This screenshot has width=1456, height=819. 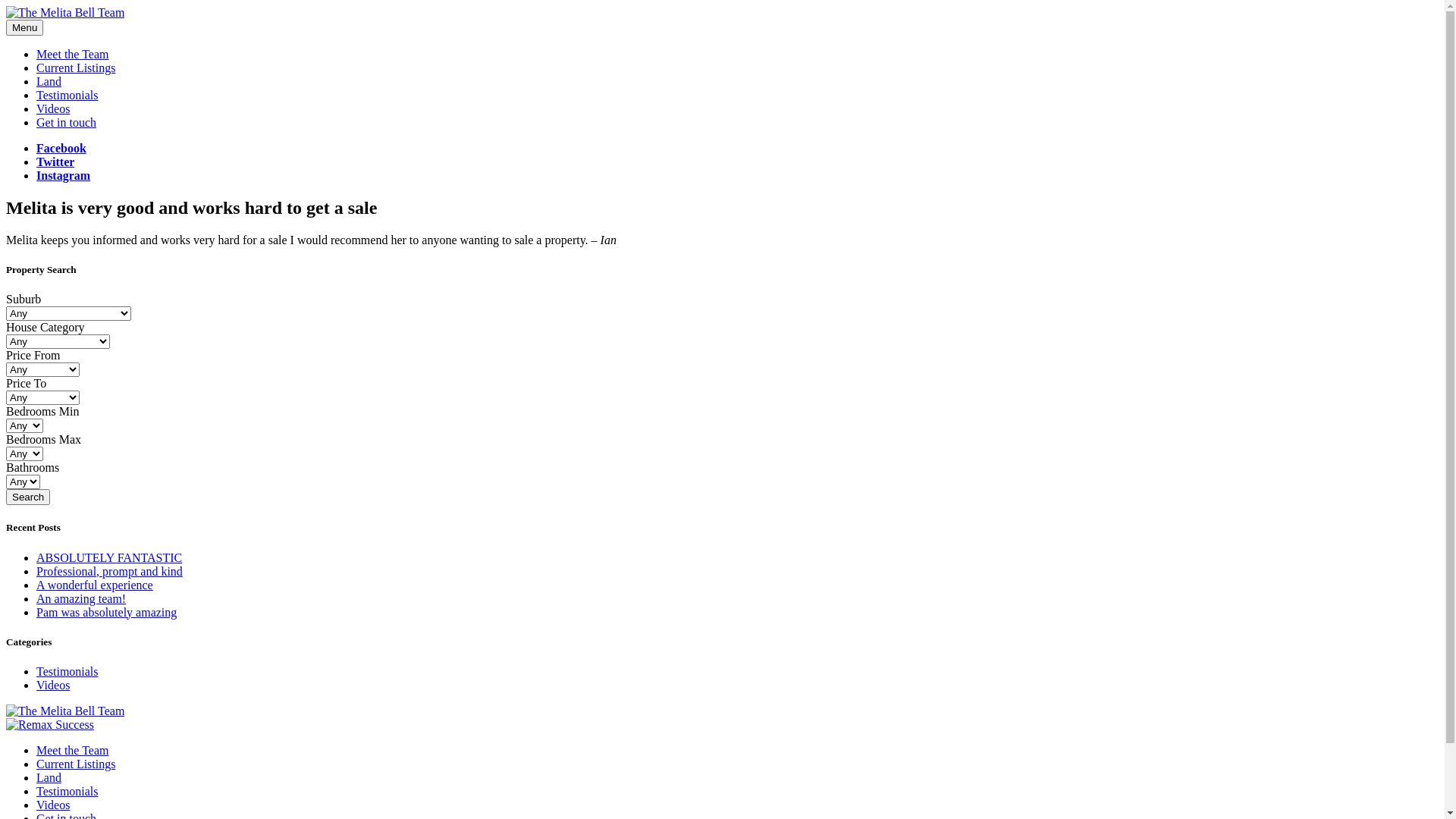 I want to click on 'An amazing team!', so click(x=36, y=597).